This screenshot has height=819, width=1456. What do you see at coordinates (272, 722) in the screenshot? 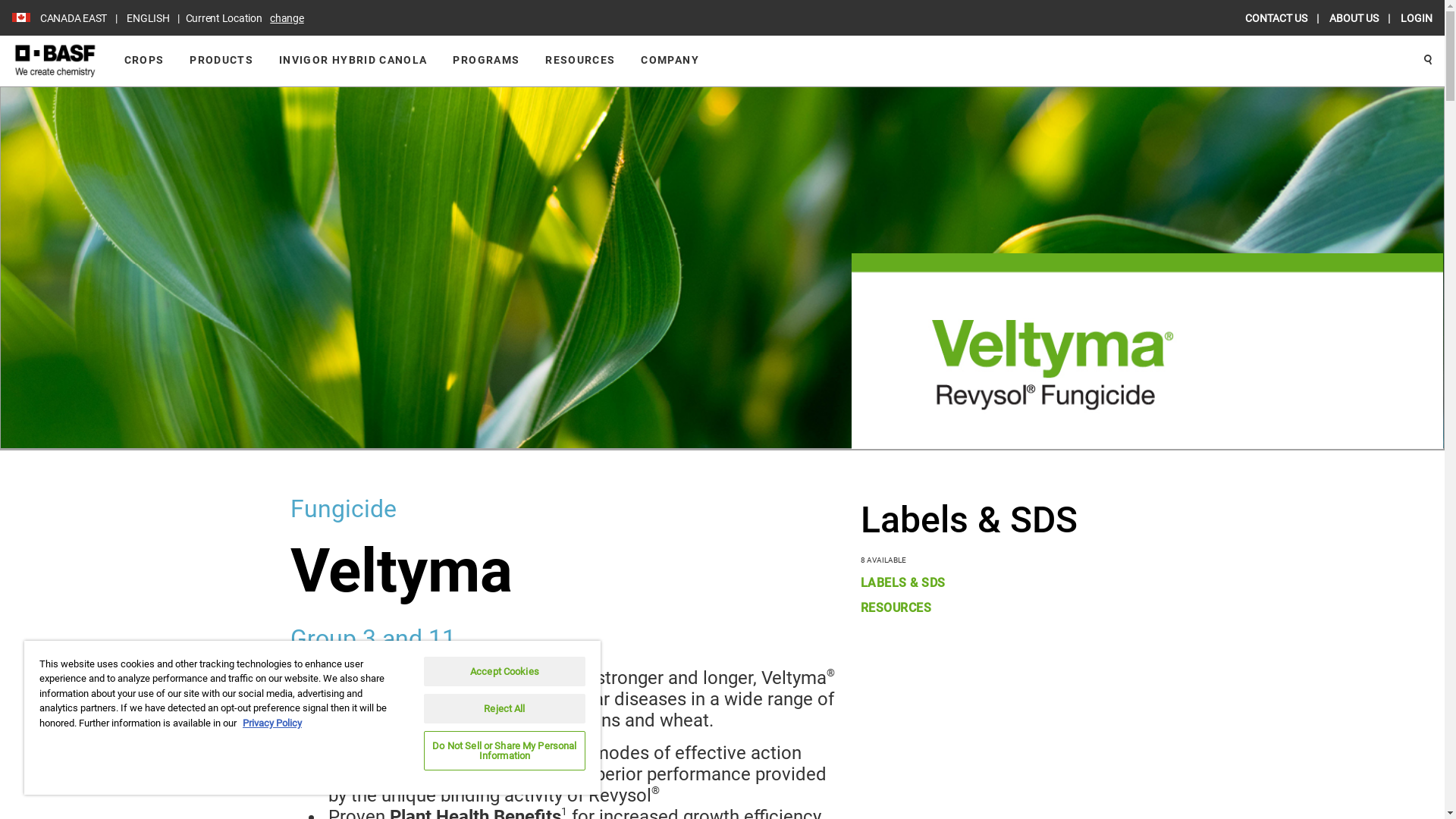
I see `'Privacy Policy'` at bounding box center [272, 722].